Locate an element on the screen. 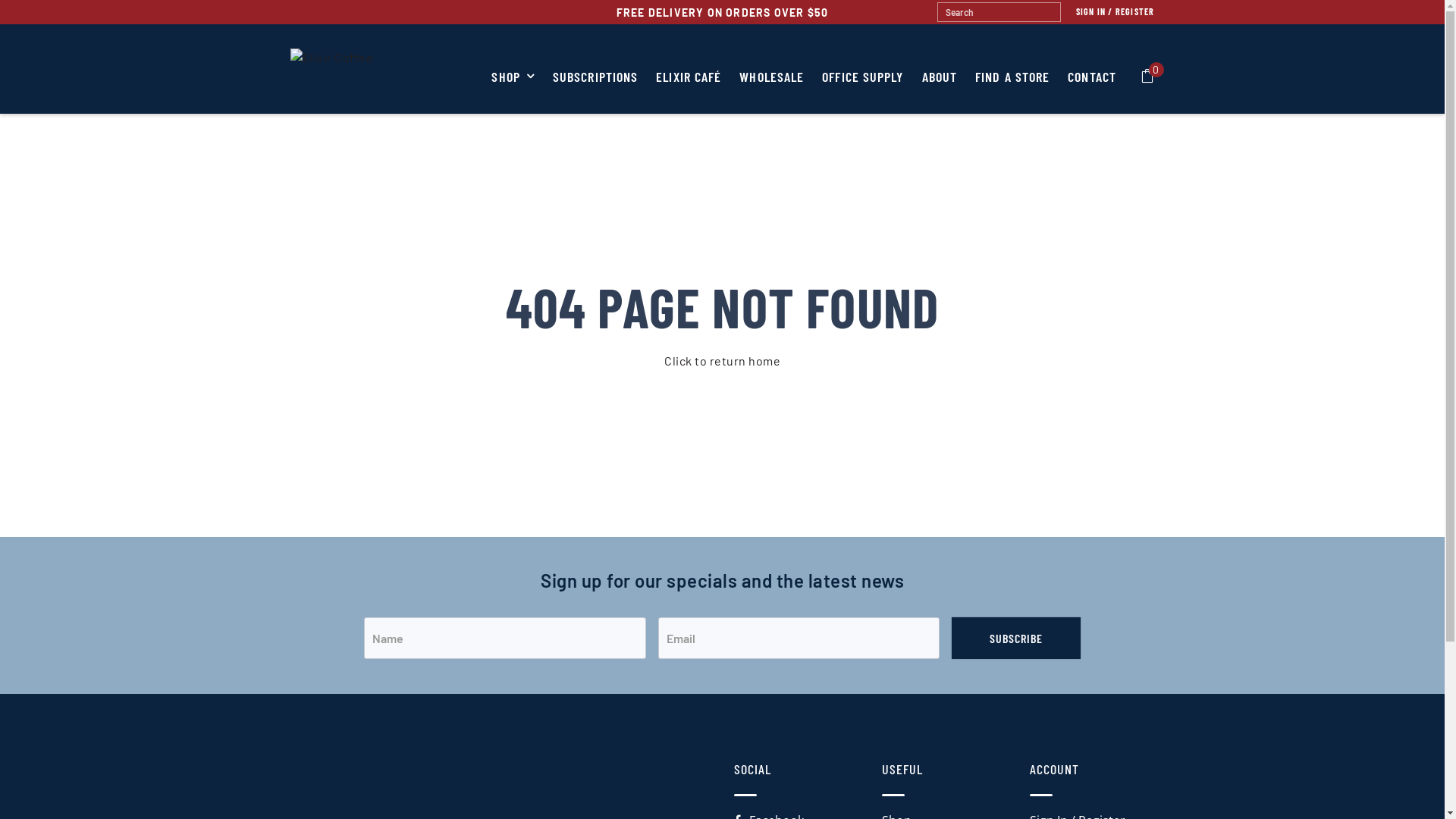 This screenshot has height=819, width=1456. 'FIND A STORE' is located at coordinates (1012, 81).